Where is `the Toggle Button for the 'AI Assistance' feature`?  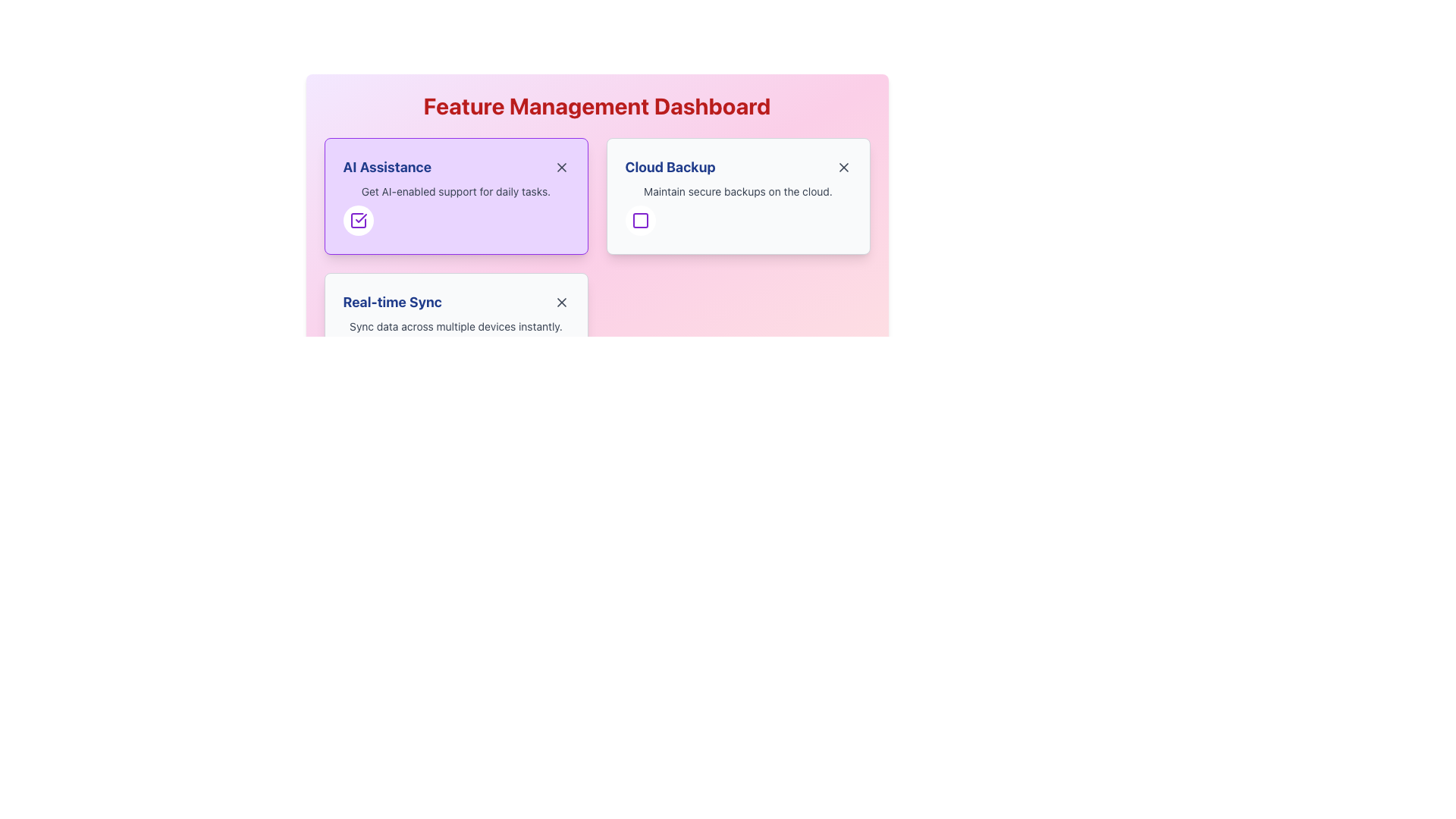 the Toggle Button for the 'AI Assistance' feature is located at coordinates (357, 220).